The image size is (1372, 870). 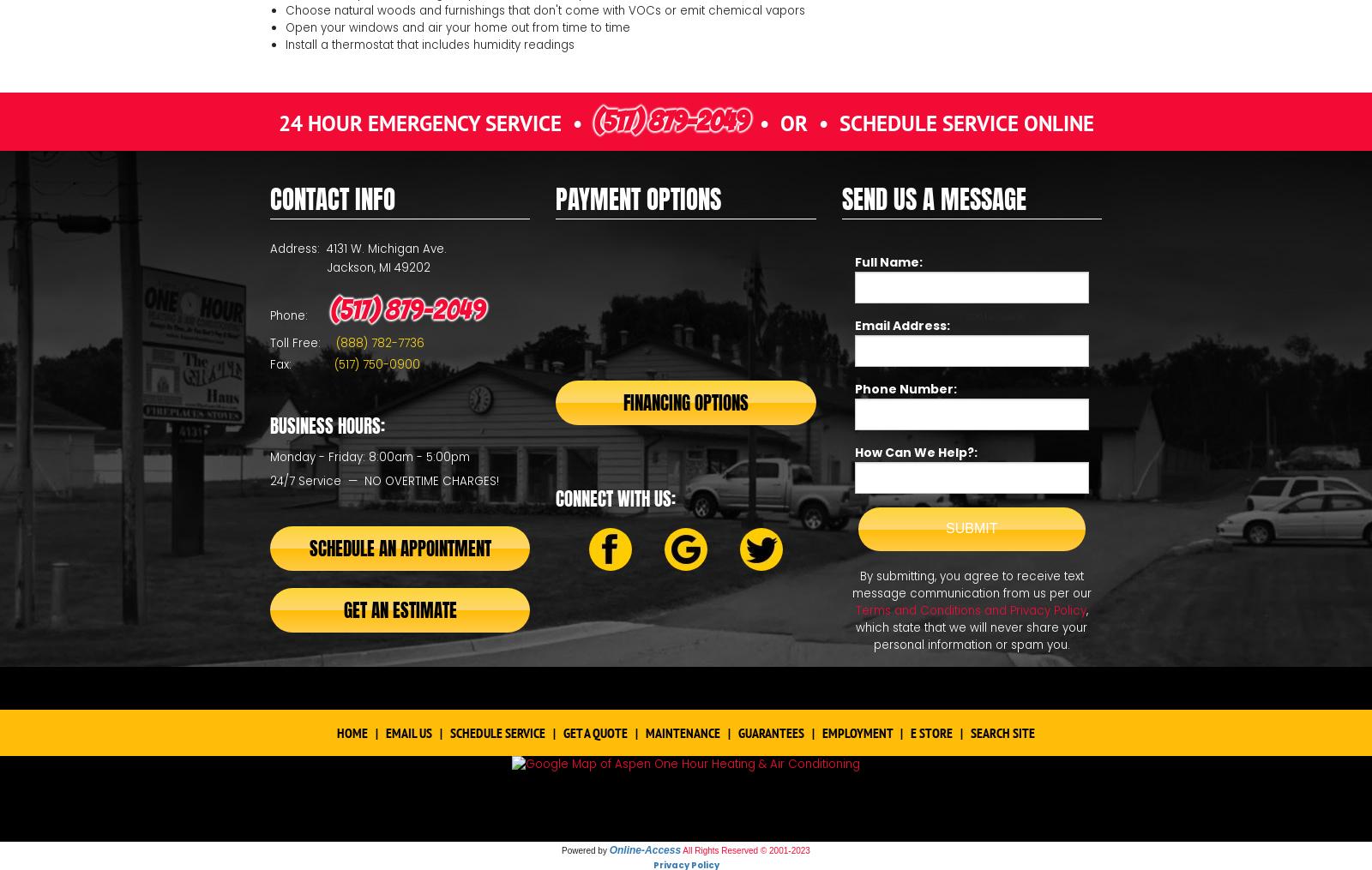 What do you see at coordinates (545, 9) in the screenshot?
I see `'Choose natural woods and furnishings that don't come with VOCs or emit chemical vapors'` at bounding box center [545, 9].